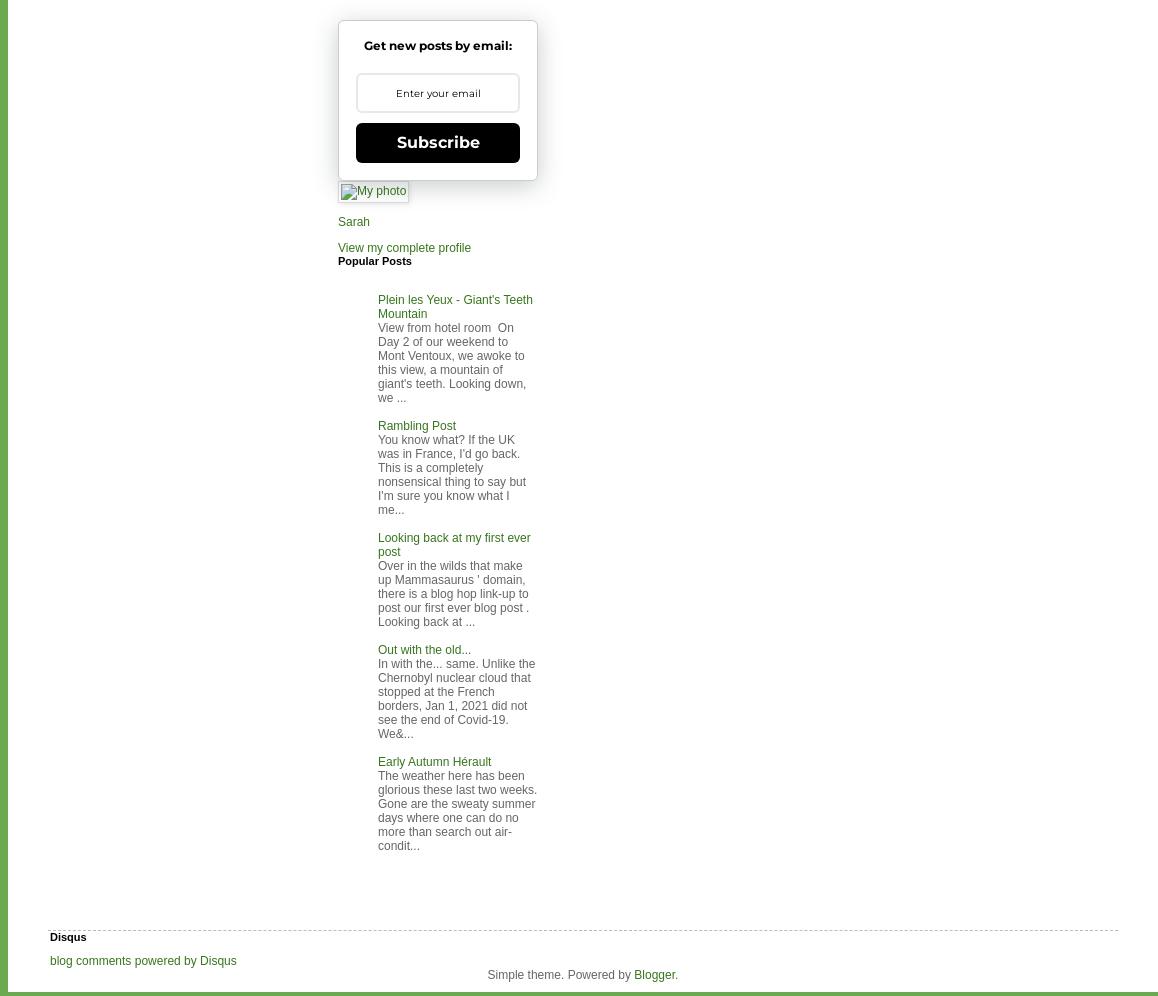 This screenshot has width=1158, height=996. I want to click on 'The weather here has been glorious these last two weeks. Gone are the sweaty summer days where one can do no more than search out air-condit...', so click(376, 810).